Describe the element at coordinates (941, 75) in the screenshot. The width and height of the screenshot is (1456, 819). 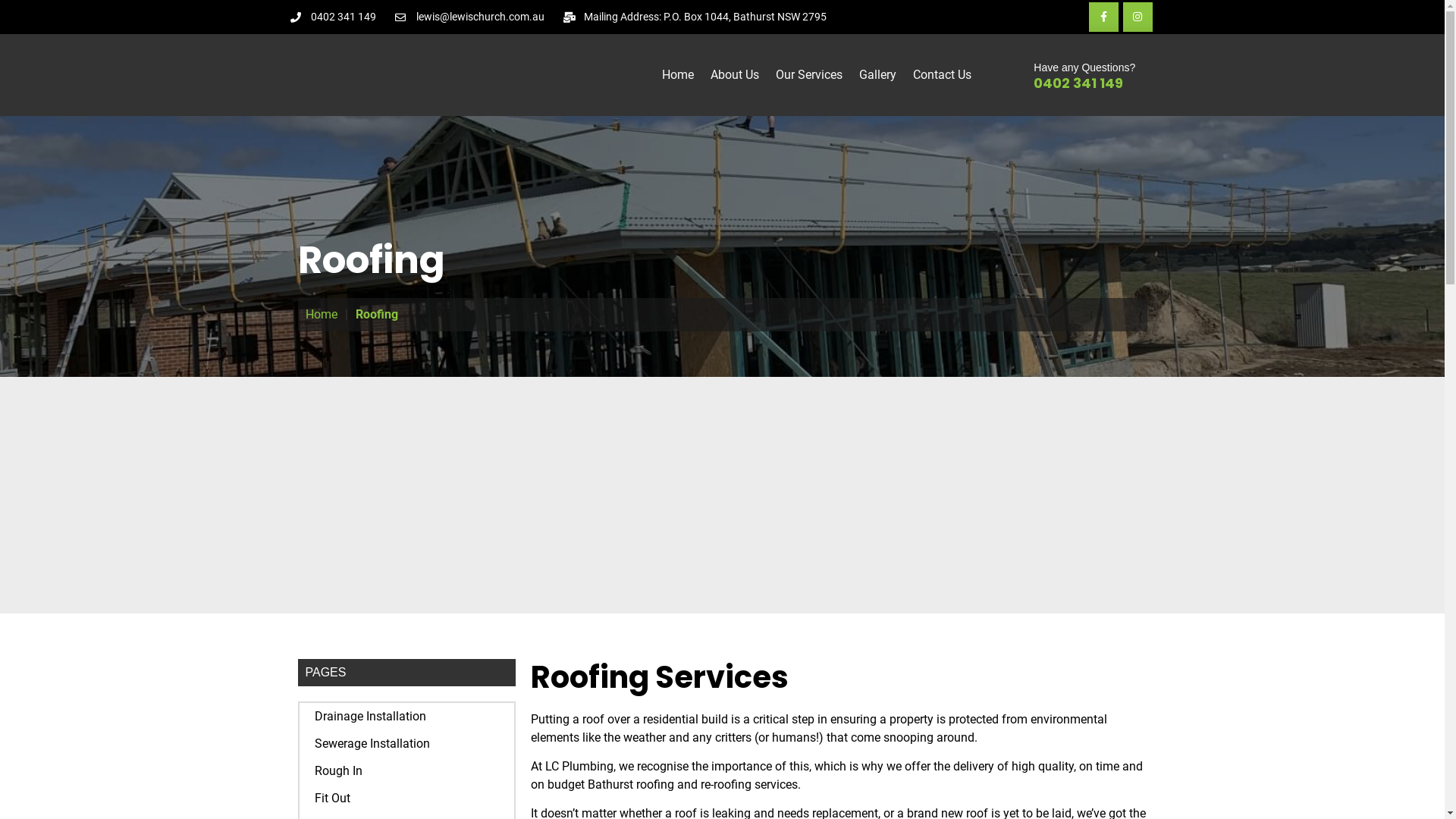
I see `'Contact Us'` at that location.